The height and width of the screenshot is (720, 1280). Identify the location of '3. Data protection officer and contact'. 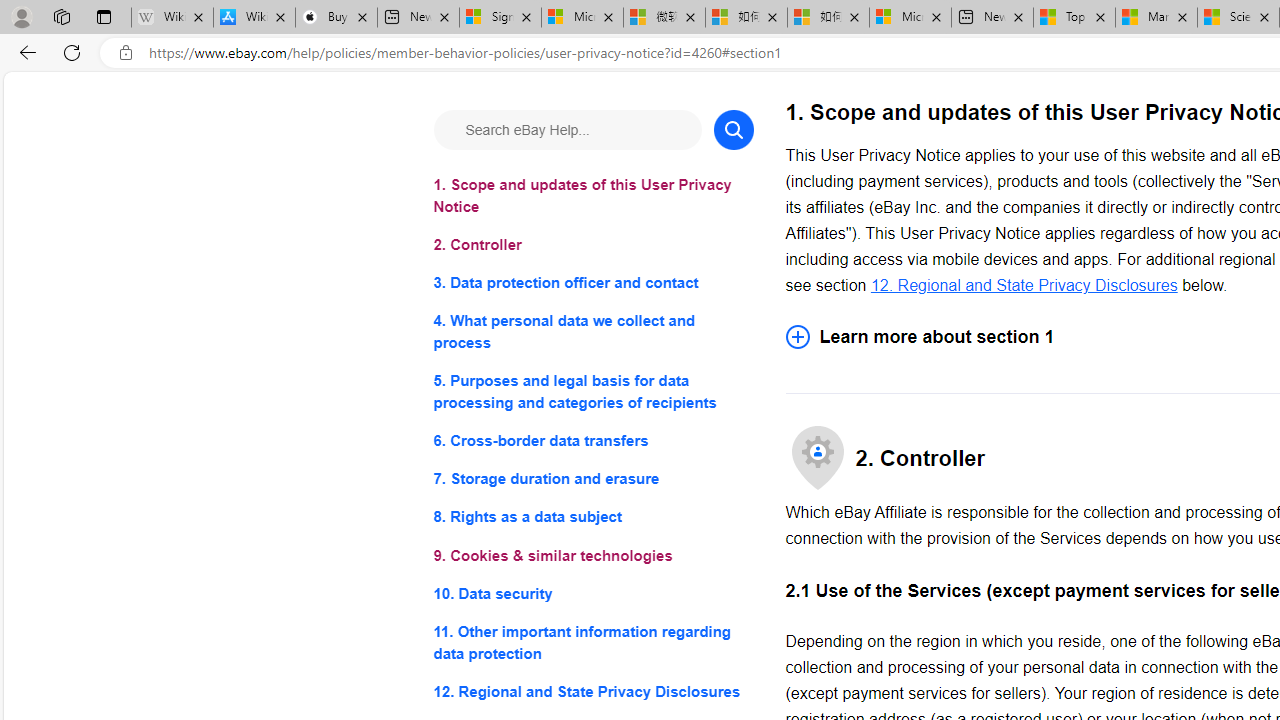
(592, 283).